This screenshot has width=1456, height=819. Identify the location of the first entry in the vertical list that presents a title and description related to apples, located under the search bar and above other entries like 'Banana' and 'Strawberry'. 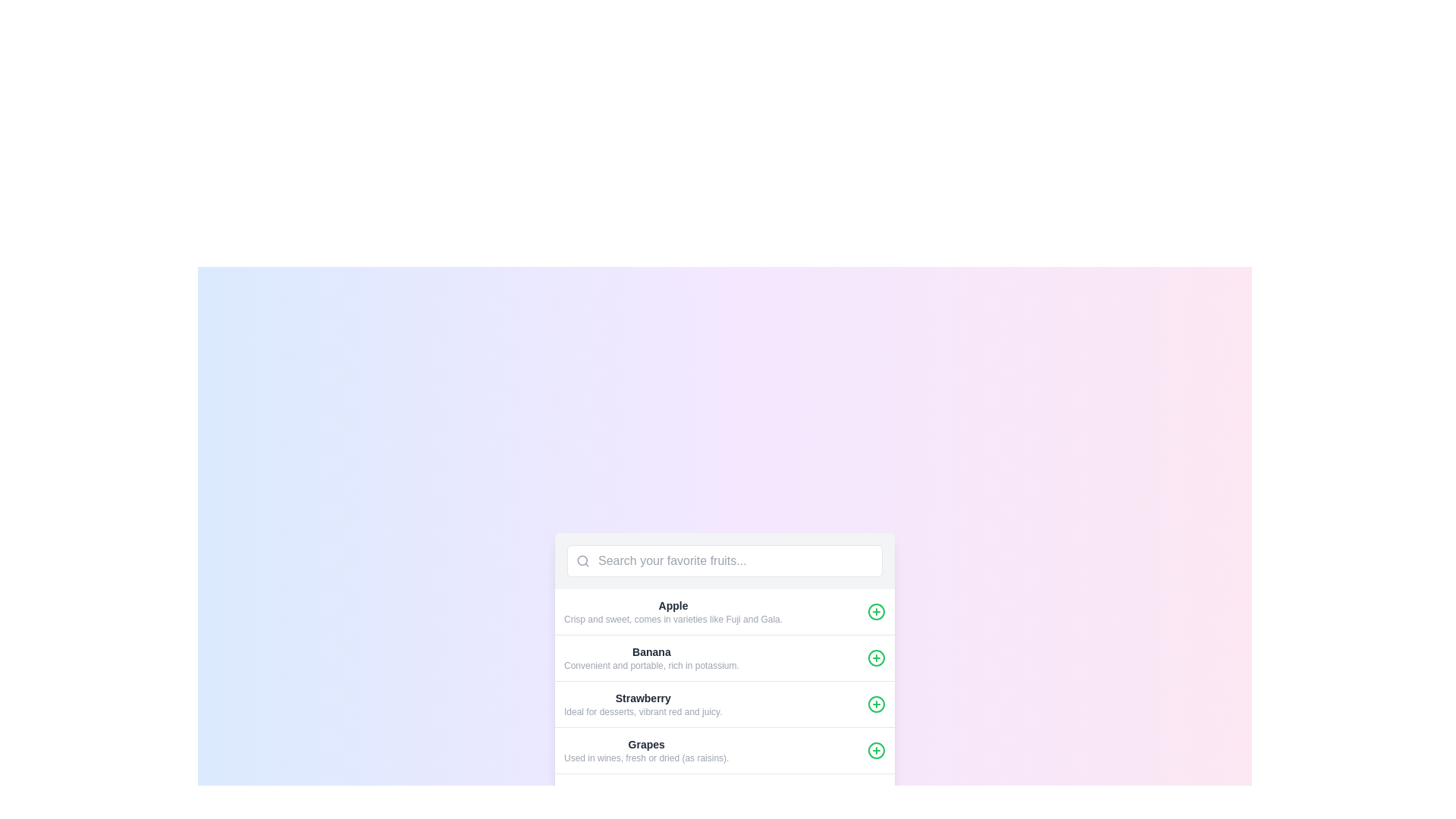
(673, 610).